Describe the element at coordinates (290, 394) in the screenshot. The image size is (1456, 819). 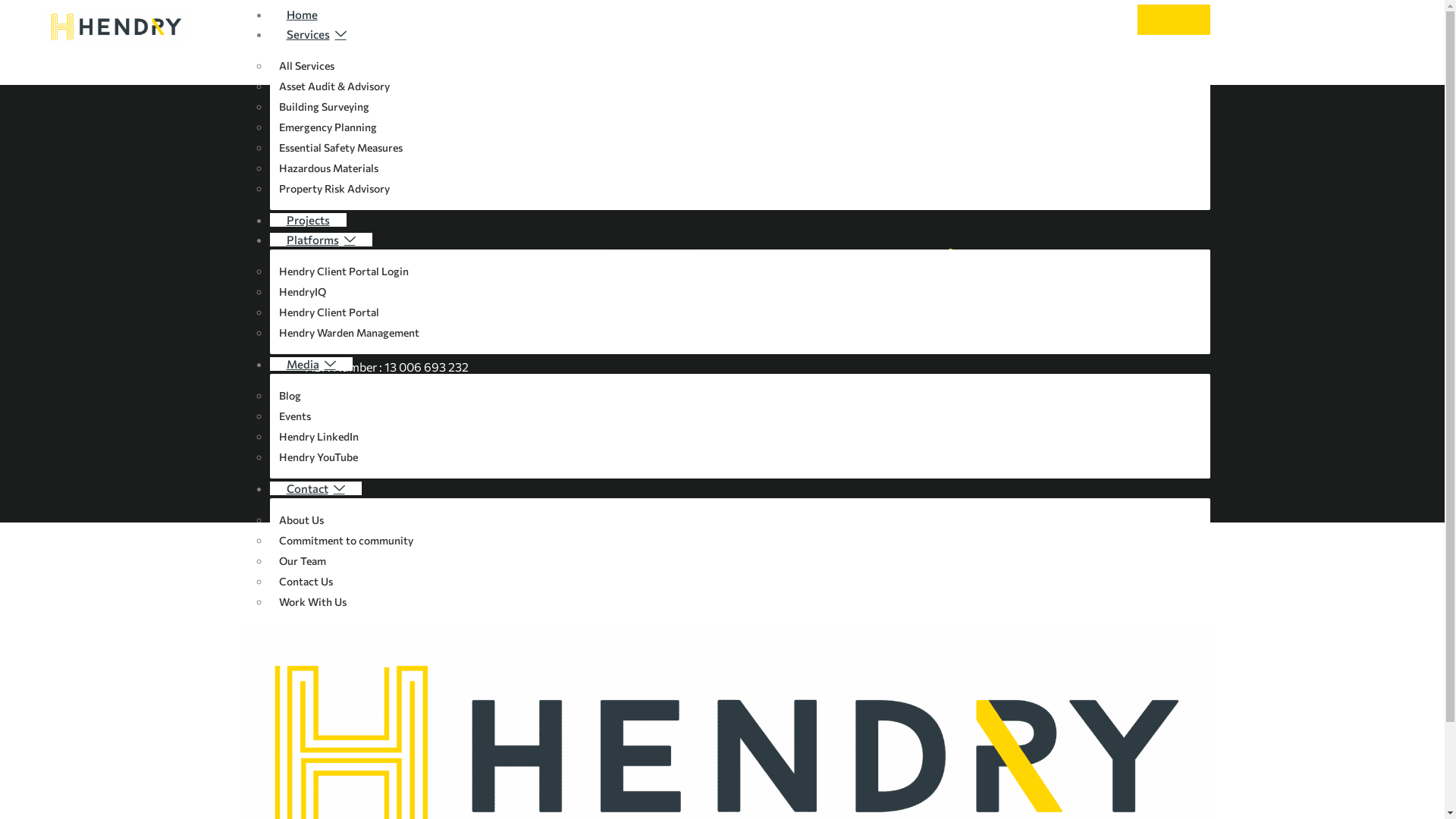
I see `'Blog'` at that location.